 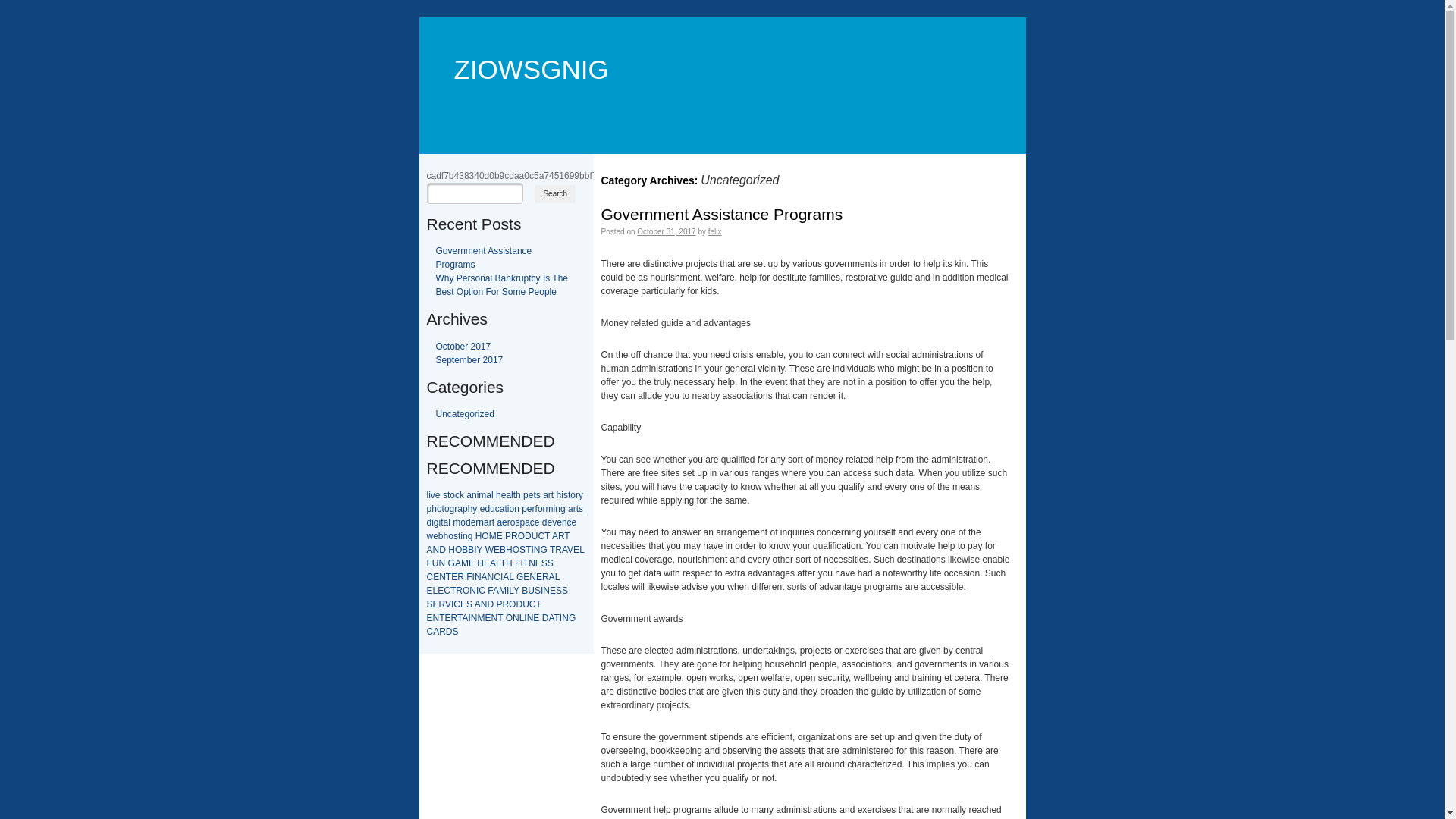 I want to click on 'h', so click(x=469, y=509).